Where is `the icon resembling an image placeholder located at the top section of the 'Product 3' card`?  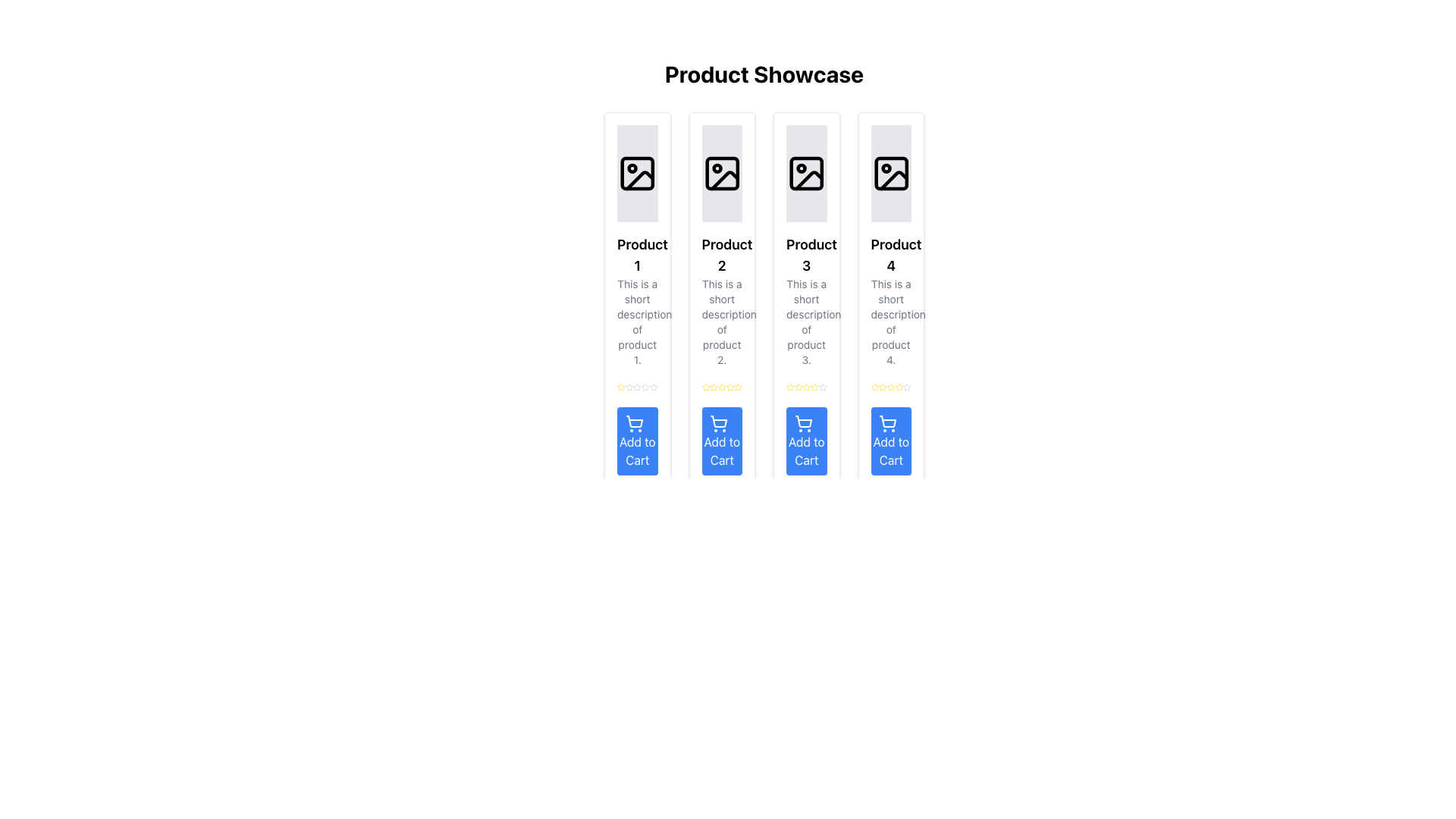
the icon resembling an image placeholder located at the top section of the 'Product 3' card is located at coordinates (805, 172).